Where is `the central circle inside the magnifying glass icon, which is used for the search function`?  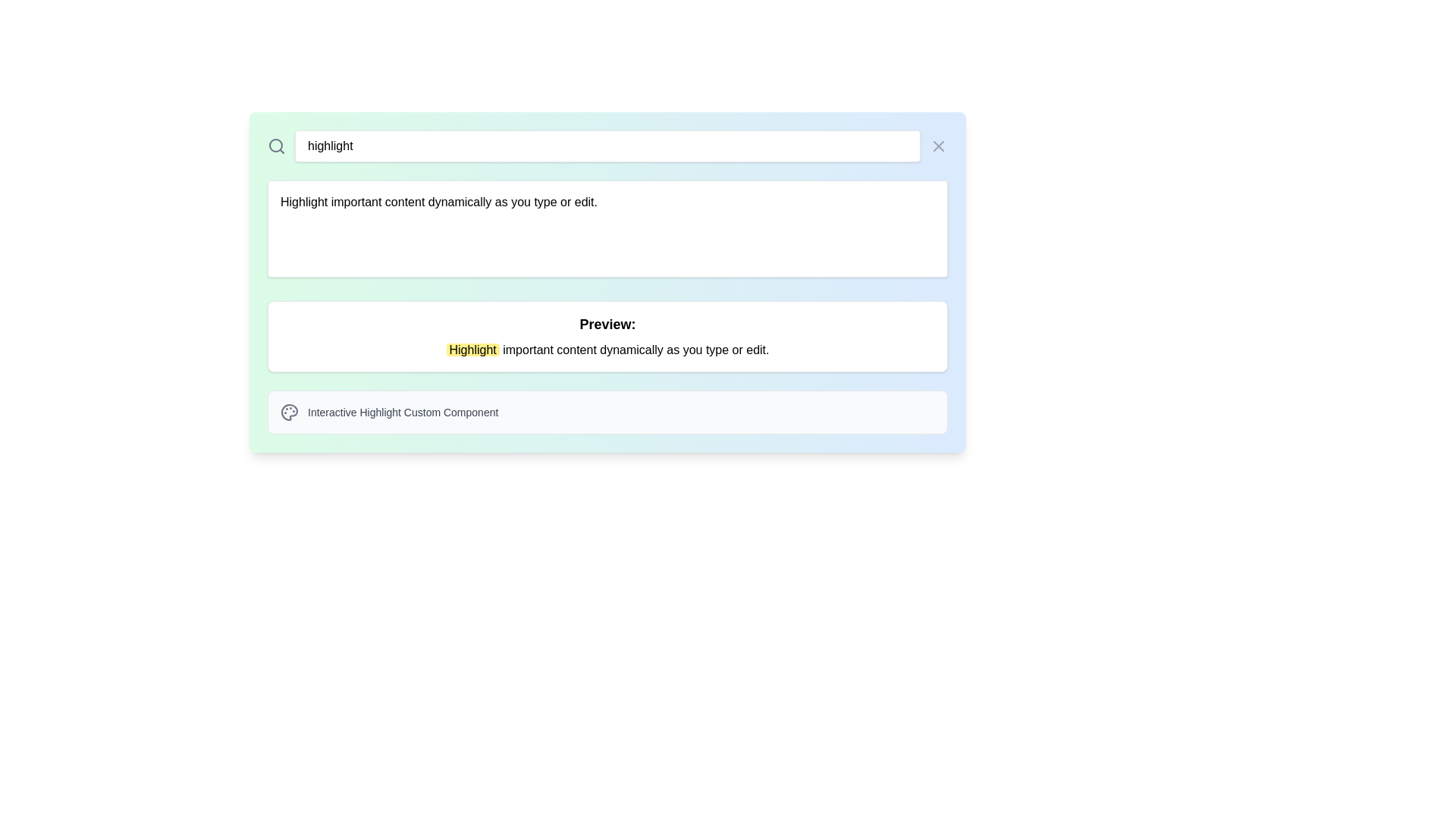
the central circle inside the magnifying glass icon, which is used for the search function is located at coordinates (276, 146).